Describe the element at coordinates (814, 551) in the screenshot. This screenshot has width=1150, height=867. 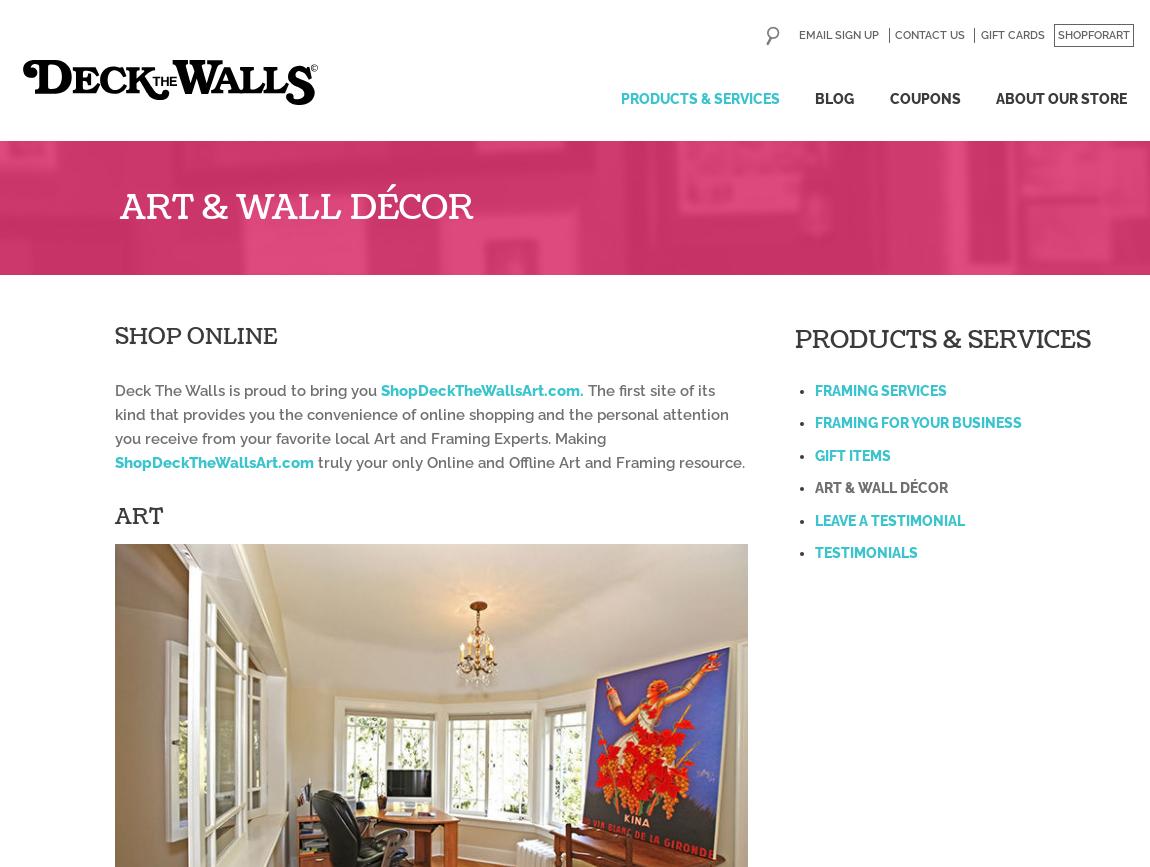
I see `'Testimonials'` at that location.